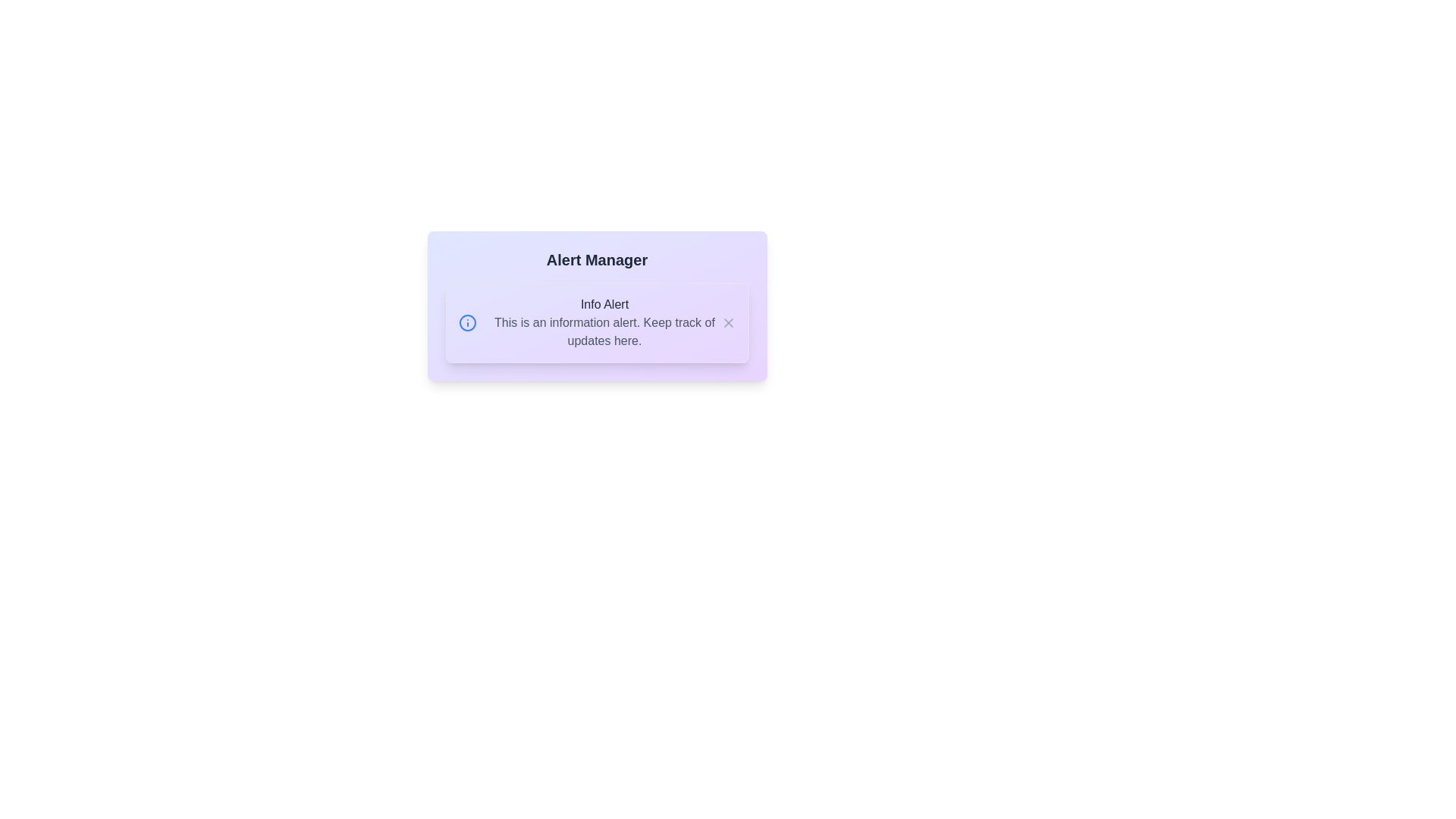  Describe the element at coordinates (604, 331) in the screenshot. I see `the center of the alert text area to focus on it` at that location.